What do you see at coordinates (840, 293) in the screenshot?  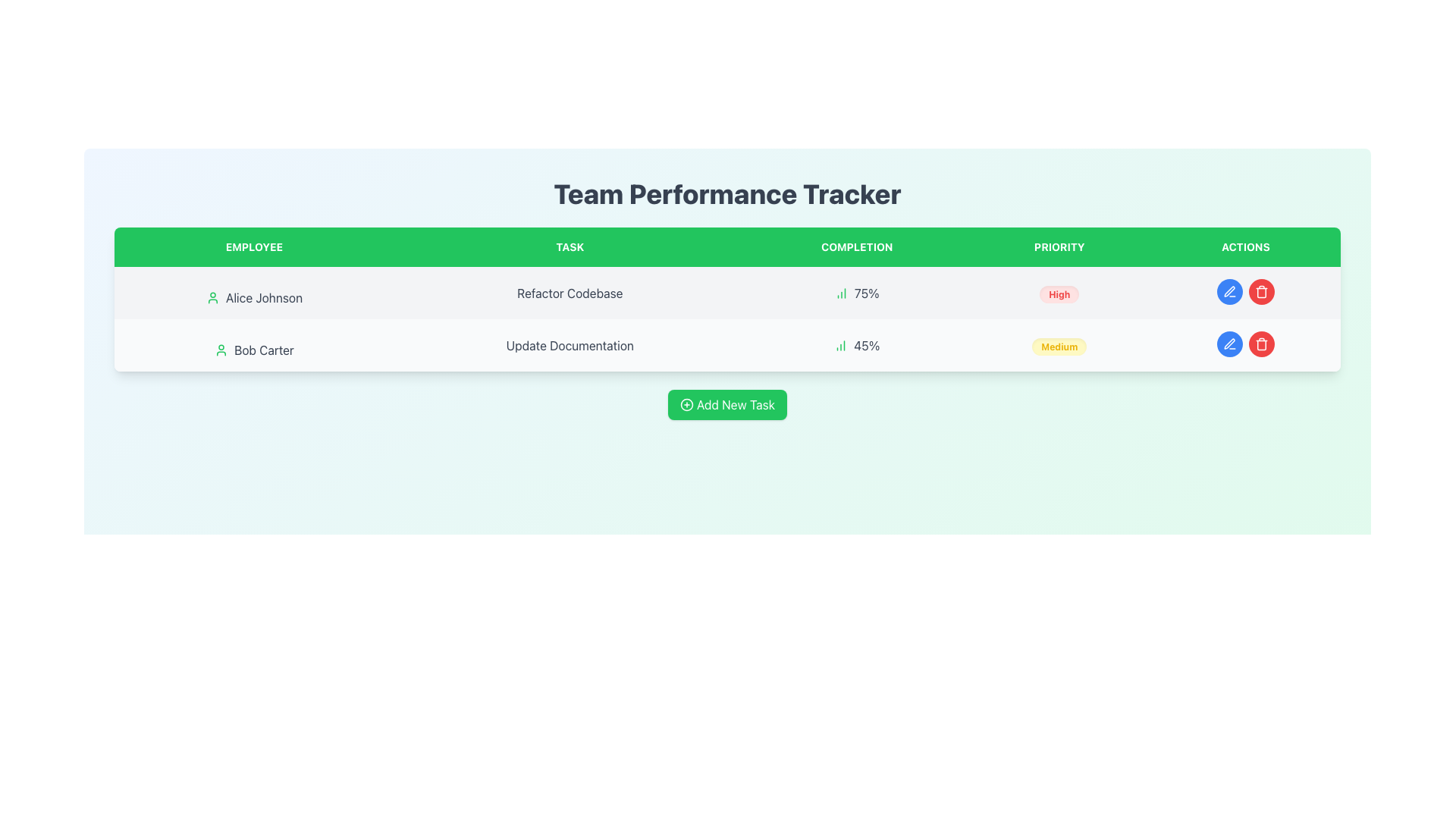 I see `the small green bar chart icon located in the first row of the 'Completion' column, next to the '75%' completion rate for the task 'Refactor Codebase'` at bounding box center [840, 293].